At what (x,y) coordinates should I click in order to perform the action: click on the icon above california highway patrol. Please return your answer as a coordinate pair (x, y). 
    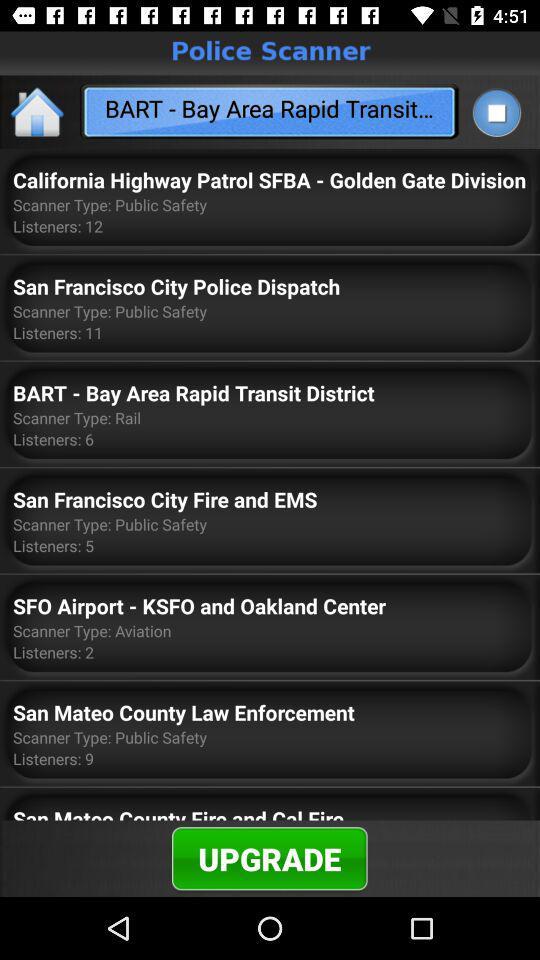
    Looking at the image, I should click on (495, 112).